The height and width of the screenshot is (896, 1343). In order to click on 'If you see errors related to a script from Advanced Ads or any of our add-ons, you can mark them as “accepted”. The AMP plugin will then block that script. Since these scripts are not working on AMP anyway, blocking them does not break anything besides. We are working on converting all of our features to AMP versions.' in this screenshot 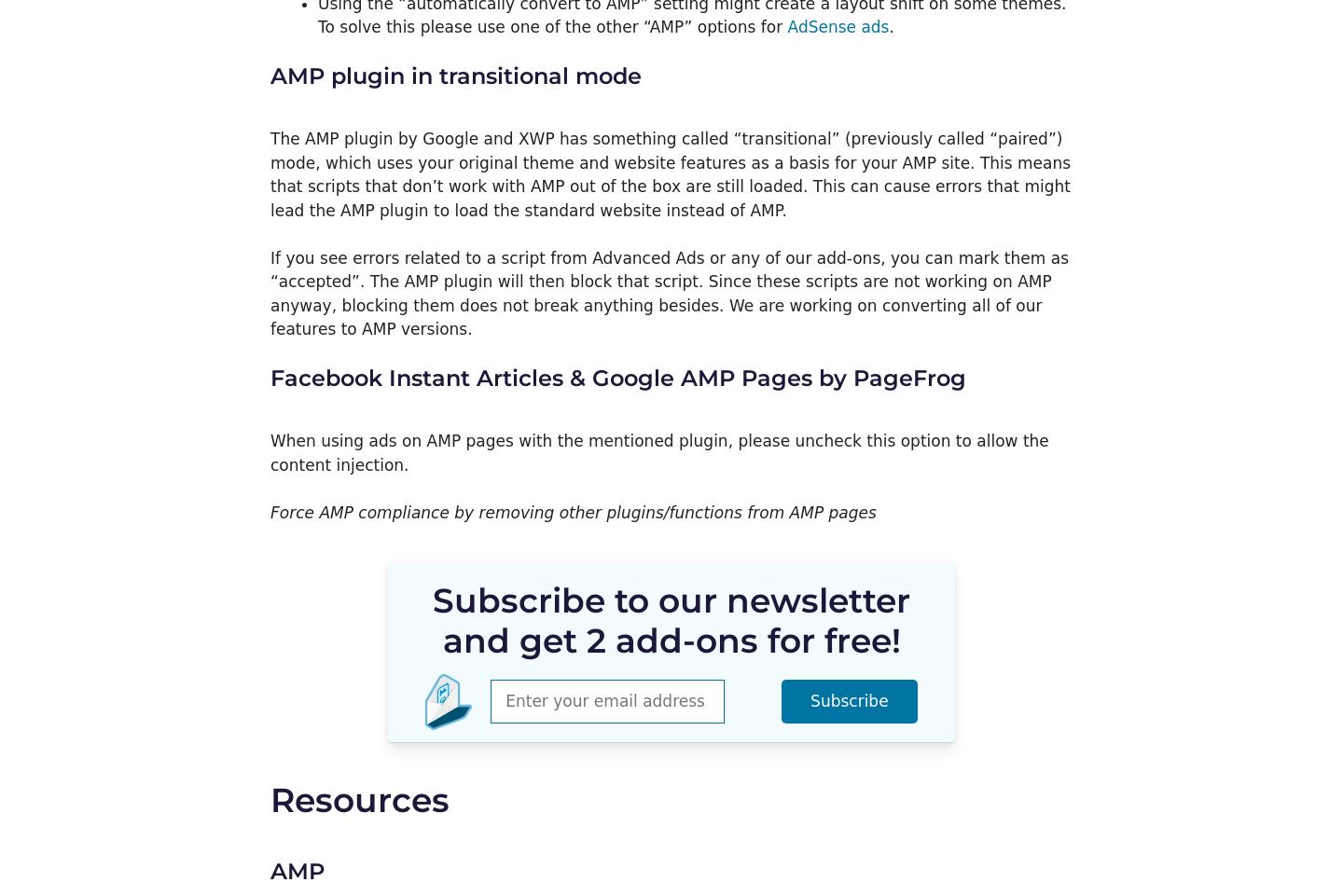, I will do `click(669, 293)`.